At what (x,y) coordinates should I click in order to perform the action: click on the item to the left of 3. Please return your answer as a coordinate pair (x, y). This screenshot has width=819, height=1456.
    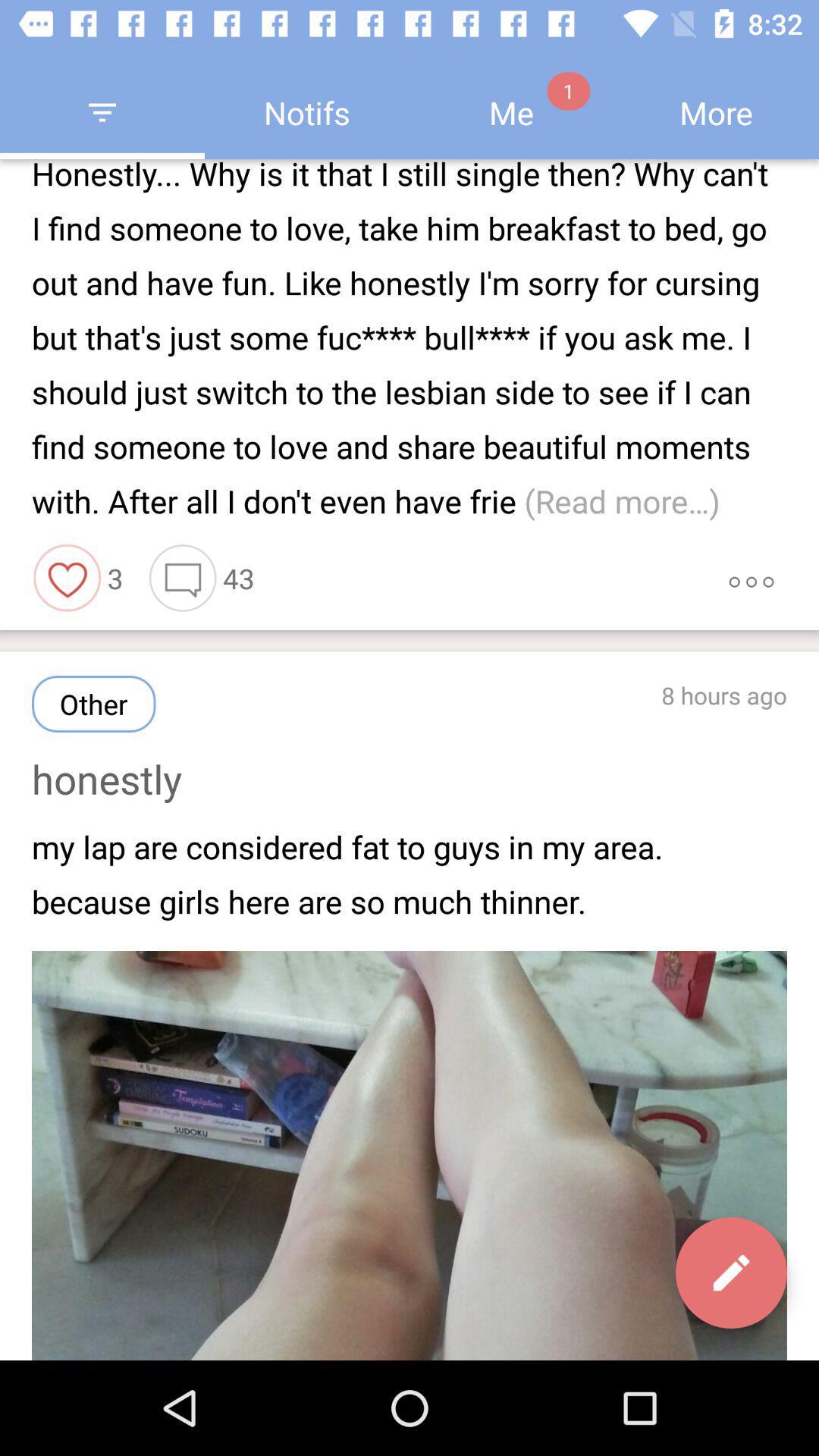
    Looking at the image, I should click on (67, 577).